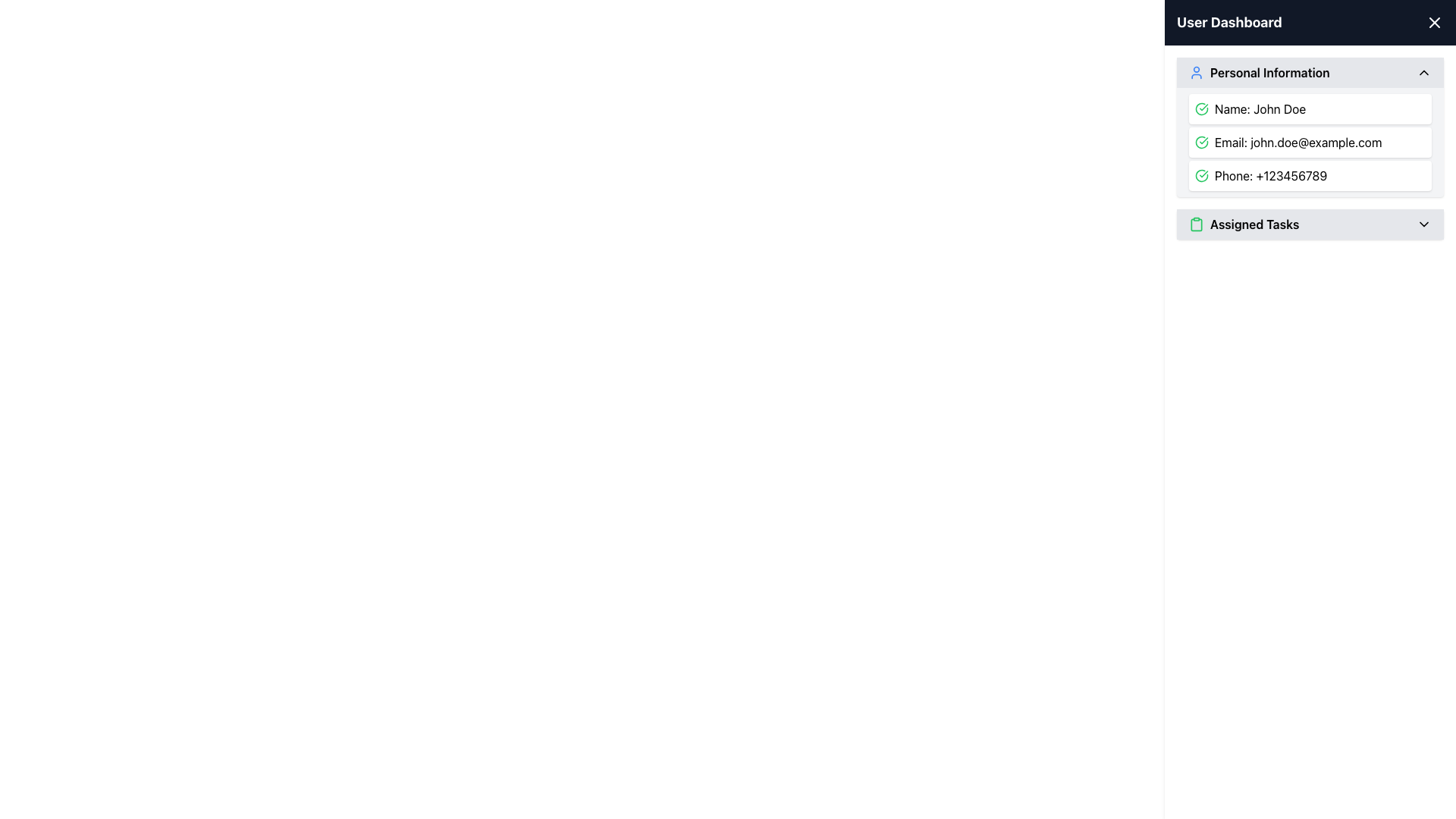 Image resolution: width=1456 pixels, height=819 pixels. I want to click on the Collapsible Section Header in the third panel of the User Dashboard for navigation, so click(1310, 224).